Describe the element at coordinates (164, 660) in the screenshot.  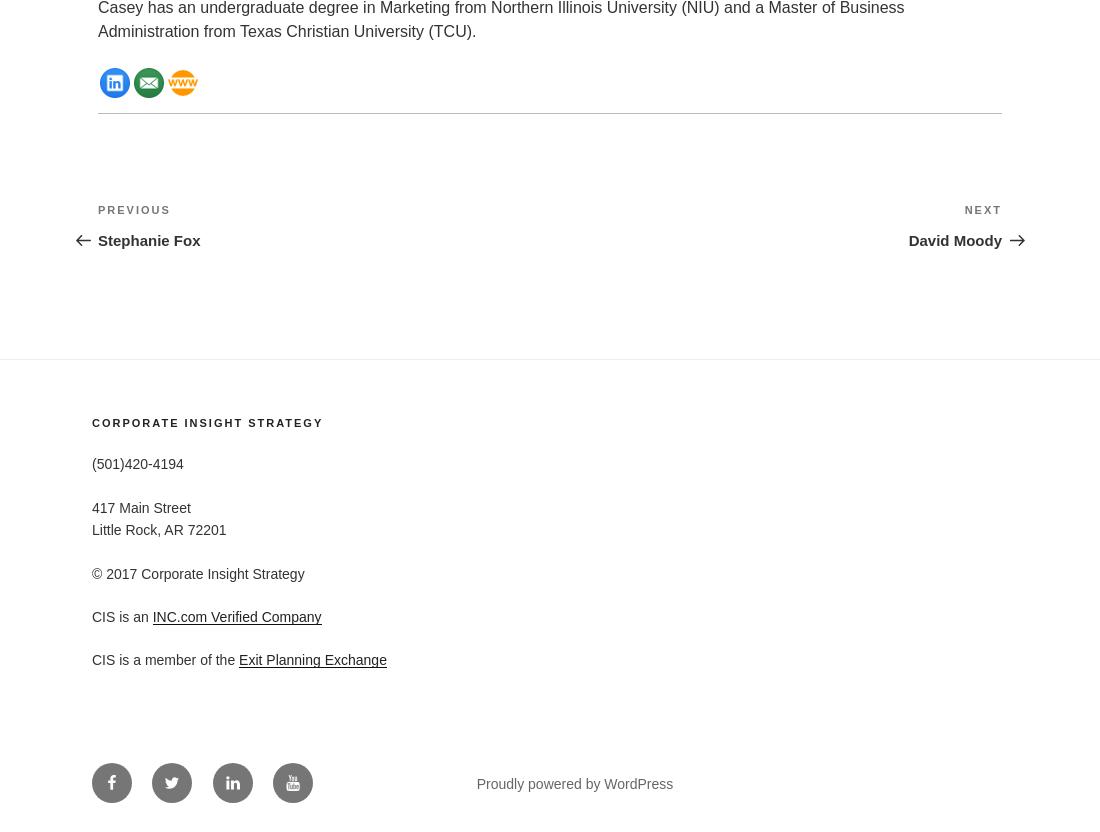
I see `'CIS is a member of the'` at that location.